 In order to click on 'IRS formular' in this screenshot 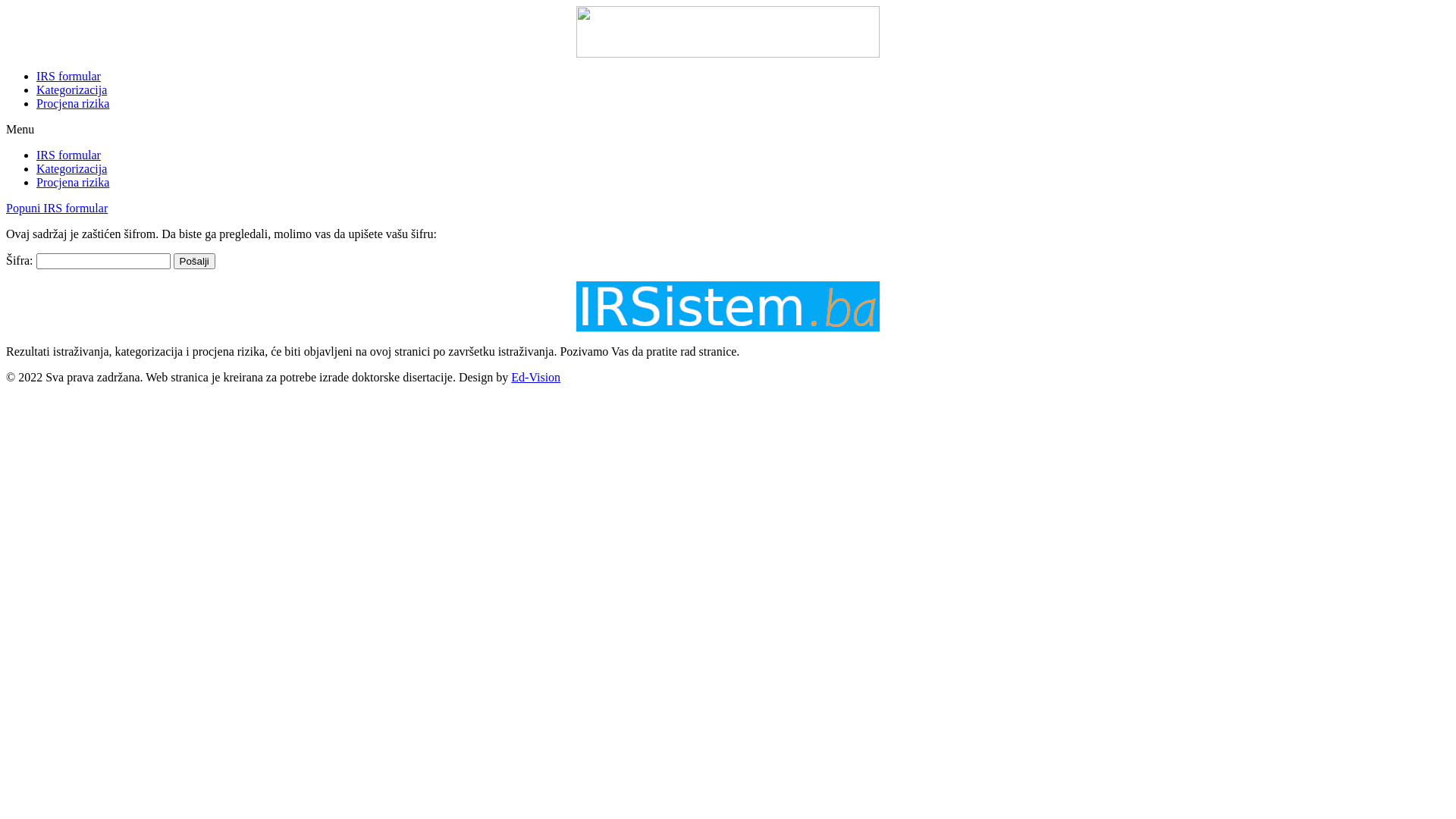, I will do `click(36, 155)`.